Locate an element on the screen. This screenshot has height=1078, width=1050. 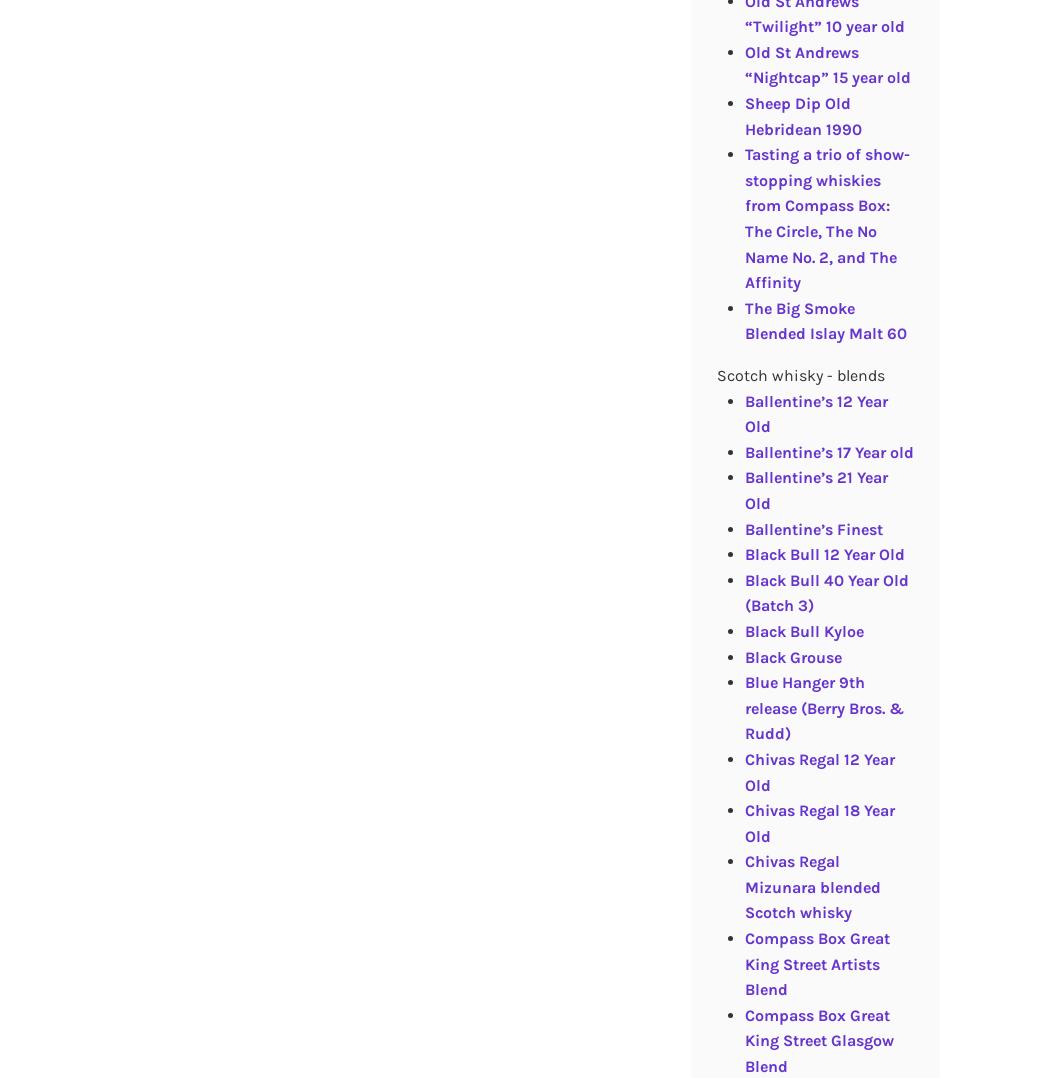
'Ballentine’s Finest' is located at coordinates (812, 528).